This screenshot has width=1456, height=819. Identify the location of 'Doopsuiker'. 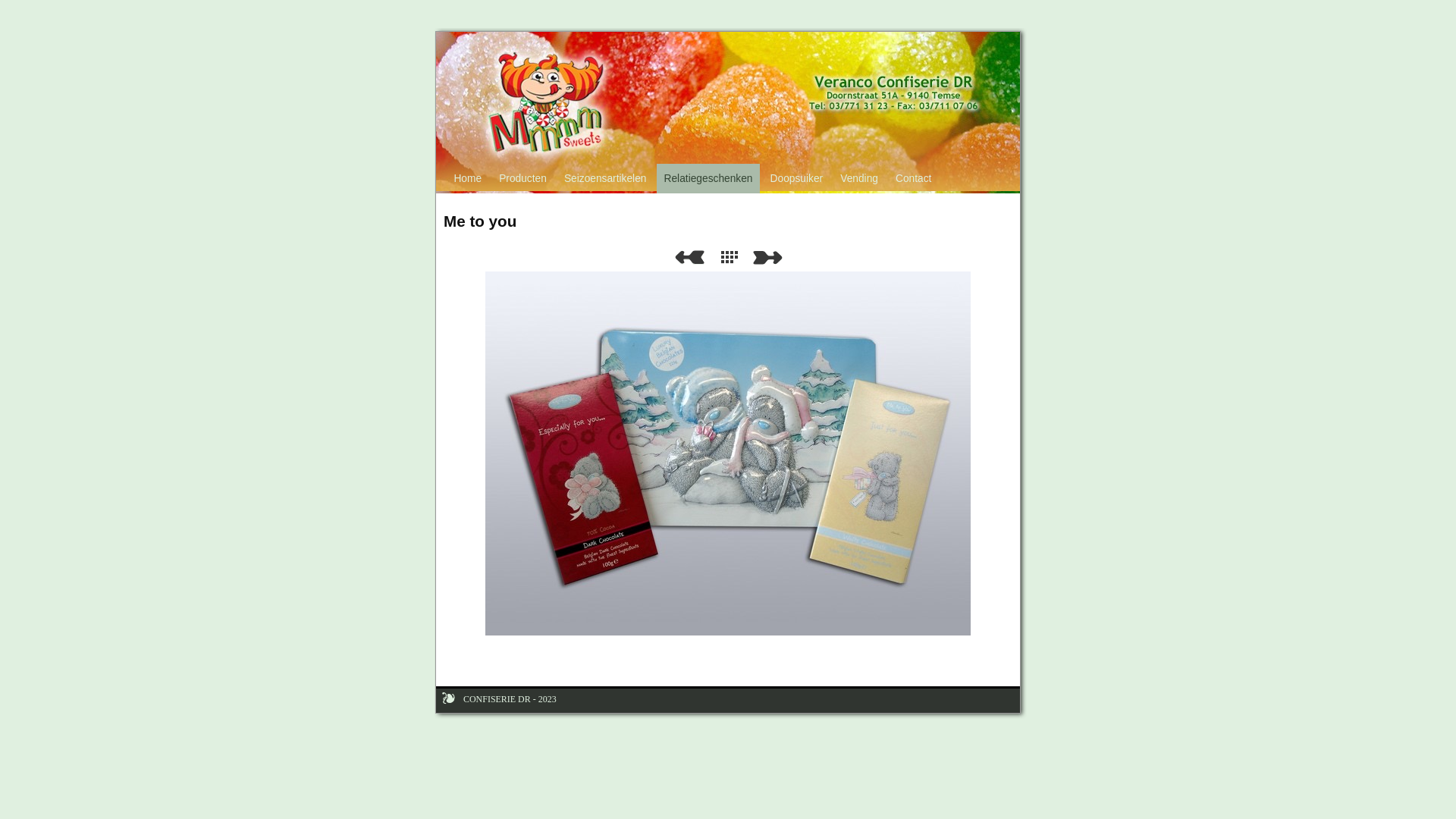
(763, 177).